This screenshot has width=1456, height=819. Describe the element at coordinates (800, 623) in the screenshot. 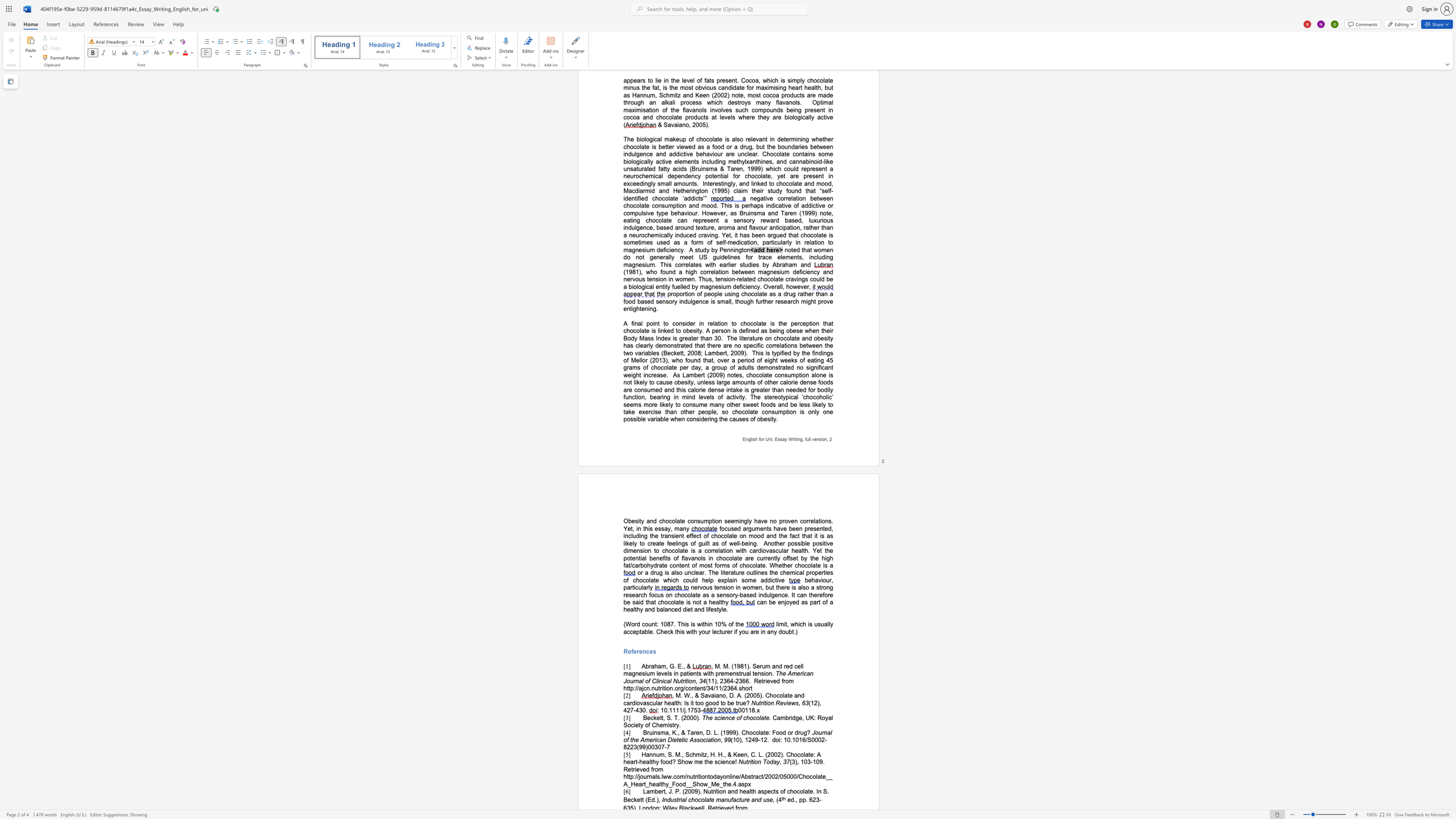

I see `the subset text "ch is usually acceptable. Check this with your le" within the text "limit, which is usually acceptable. Check this with your lecturer if you are in any doubt.)"` at that location.